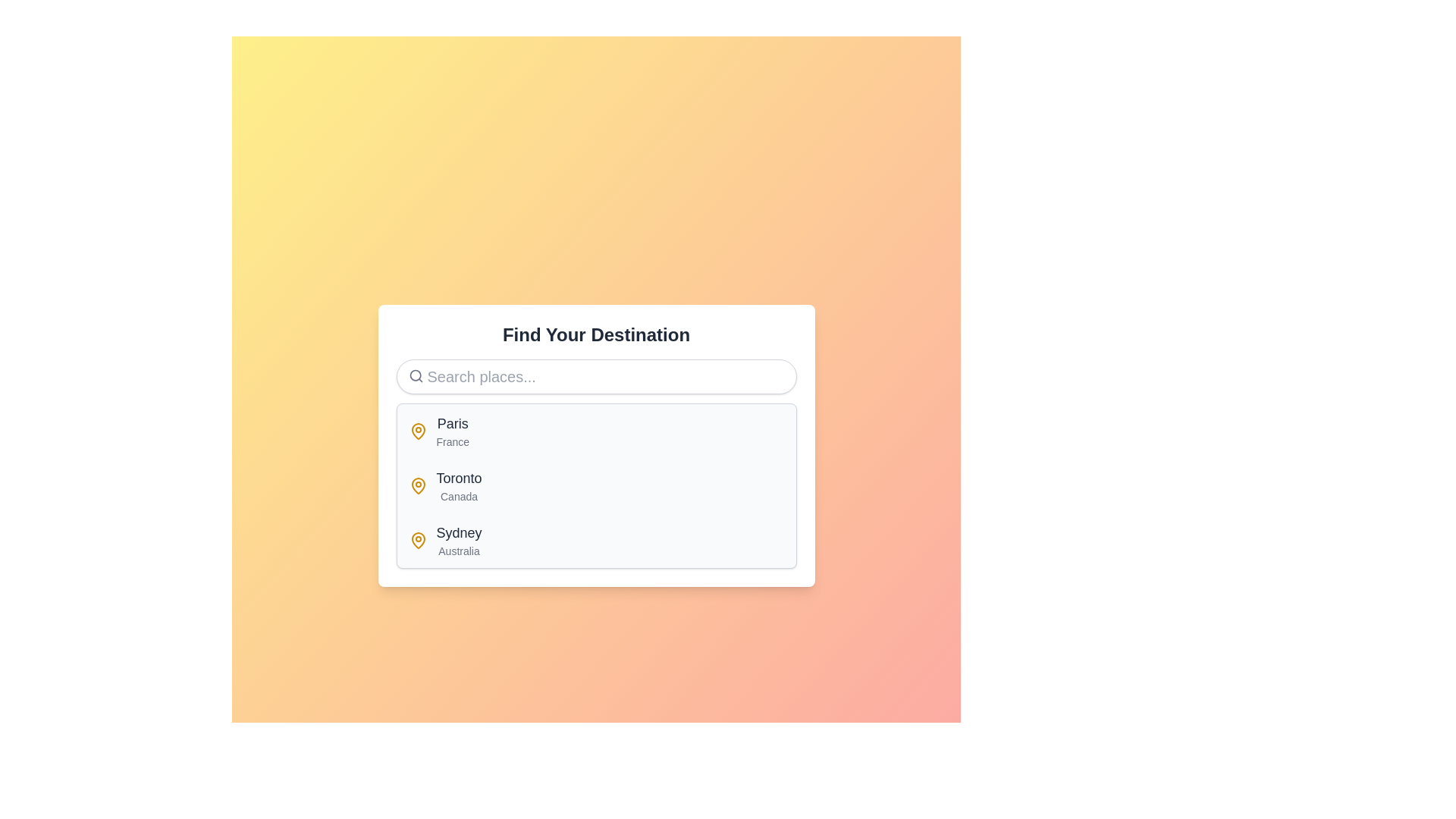 Image resolution: width=1456 pixels, height=819 pixels. I want to click on the text label representing the destination 'Paris', which is the main label at the top-left of the list of destinations, so click(452, 424).